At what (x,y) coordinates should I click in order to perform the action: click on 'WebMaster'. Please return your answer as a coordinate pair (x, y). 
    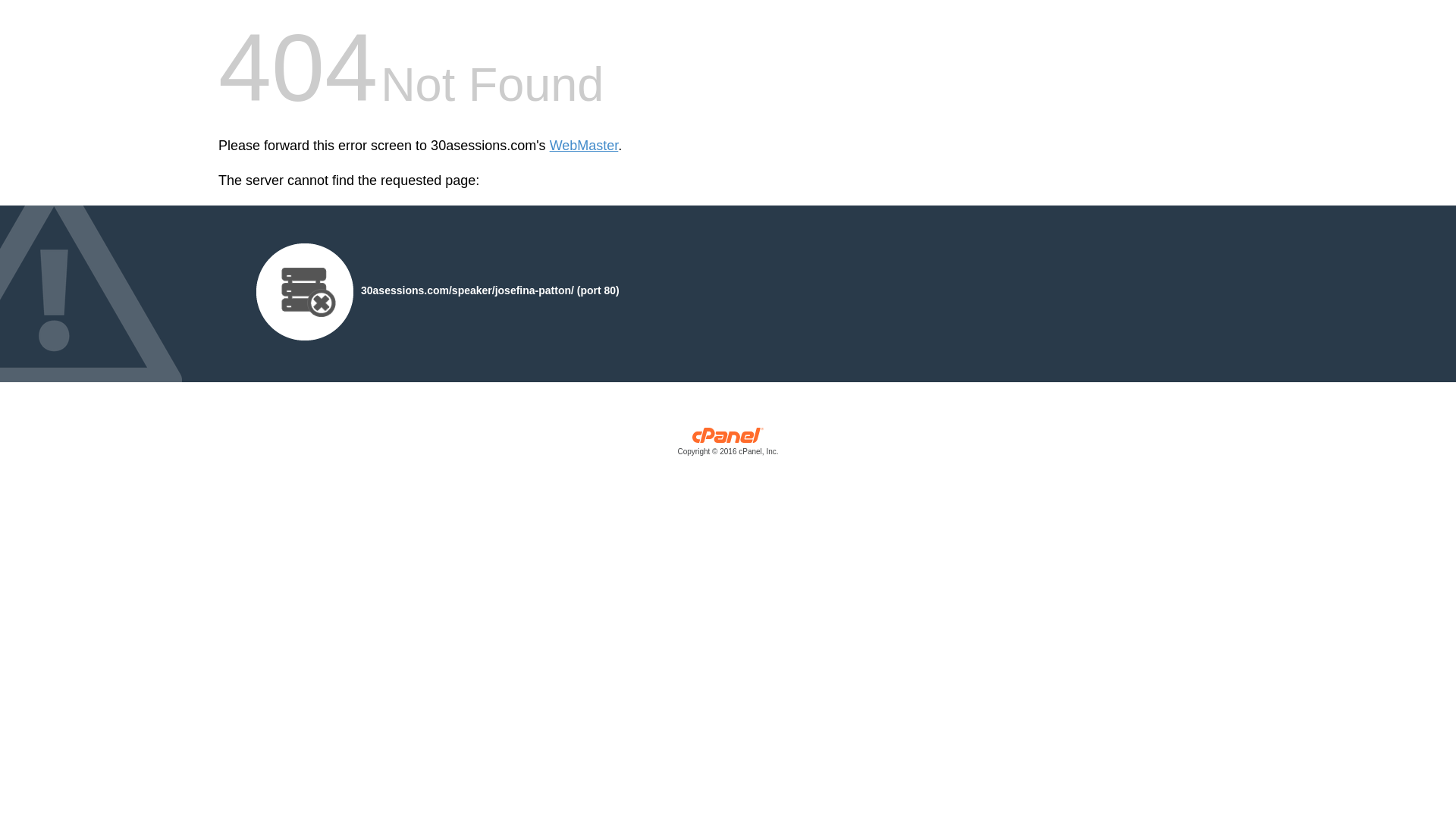
    Looking at the image, I should click on (583, 146).